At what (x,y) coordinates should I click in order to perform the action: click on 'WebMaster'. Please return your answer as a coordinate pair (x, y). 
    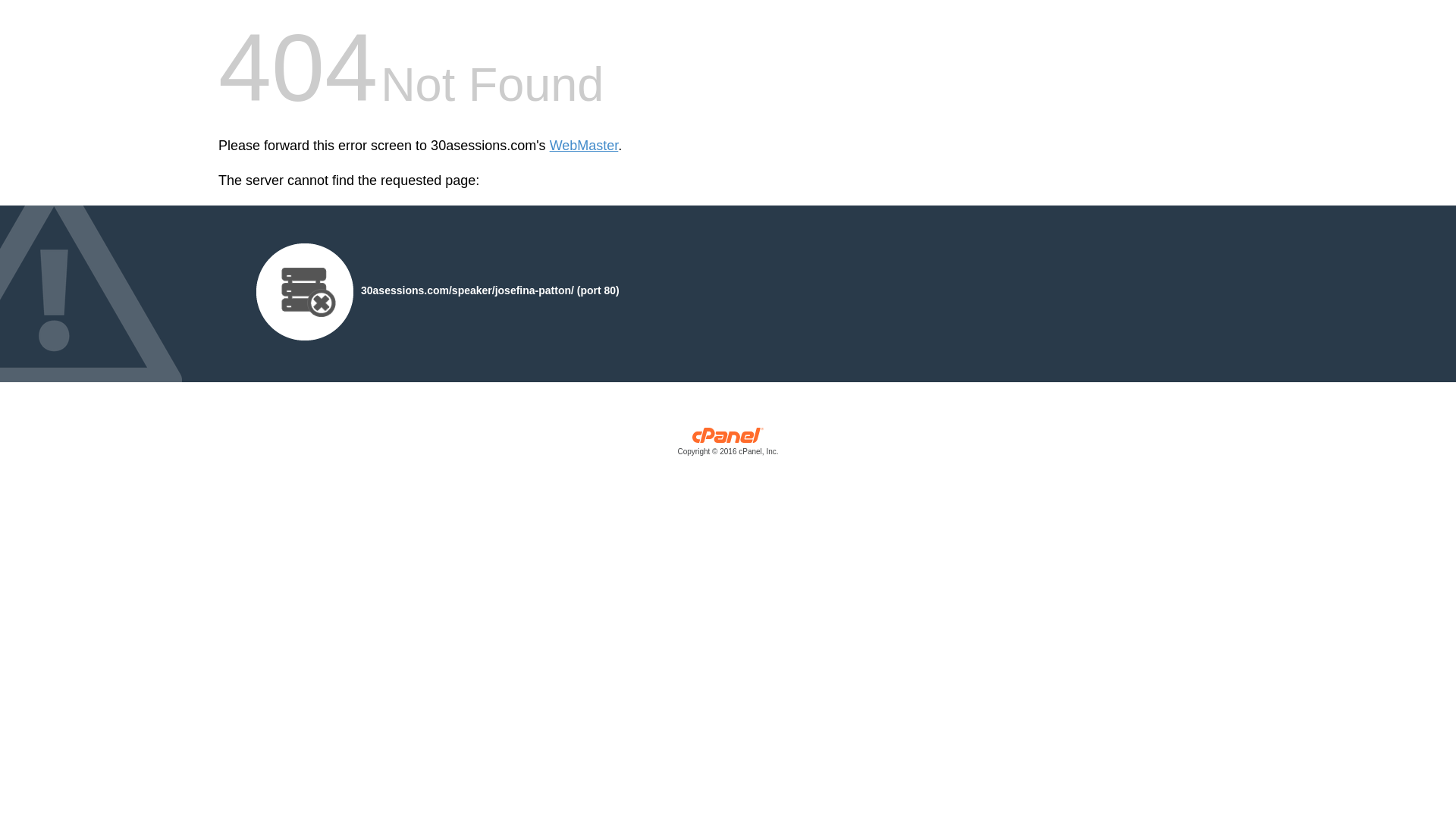
    Looking at the image, I should click on (583, 146).